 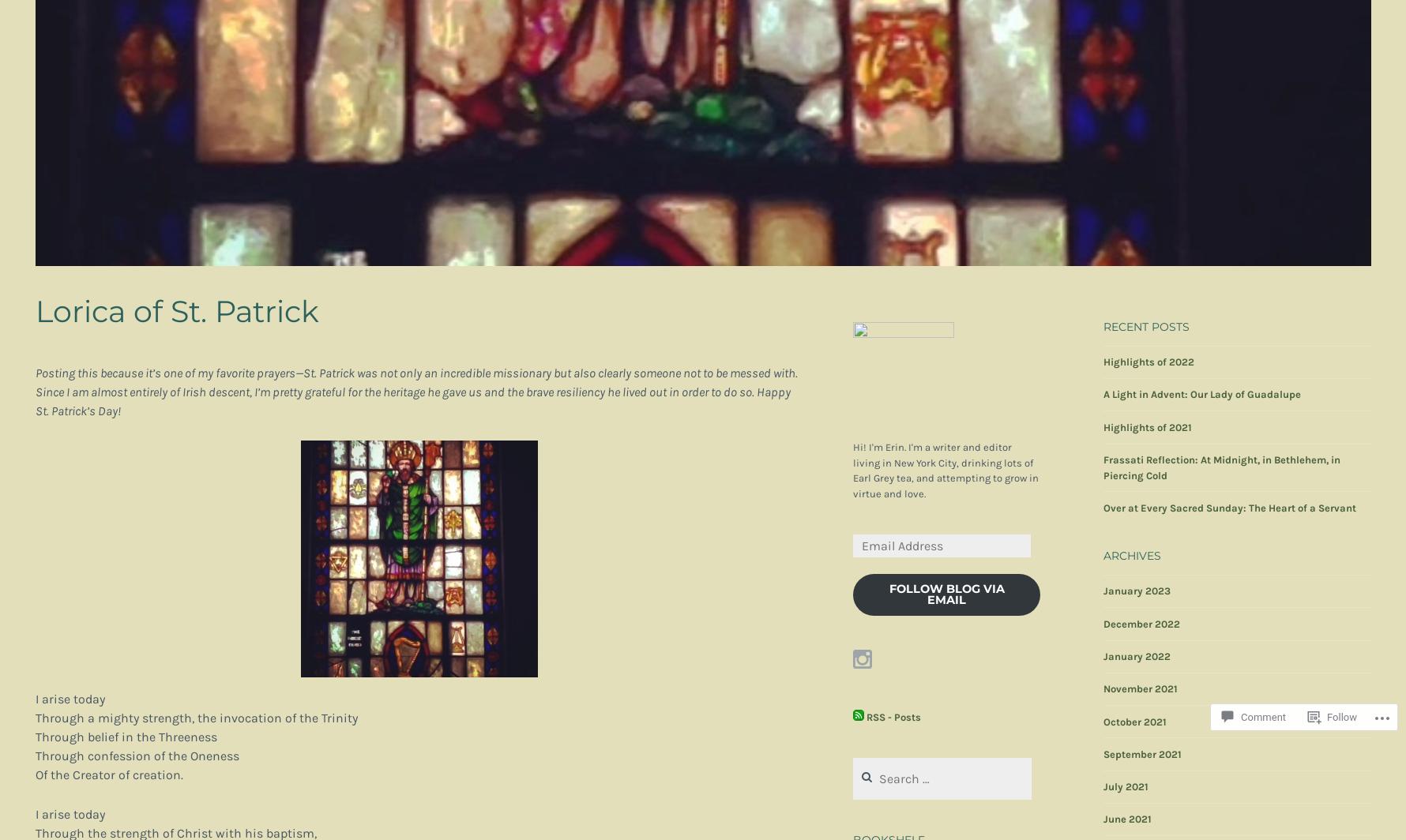 I want to click on 'November 2021', so click(x=1139, y=688).